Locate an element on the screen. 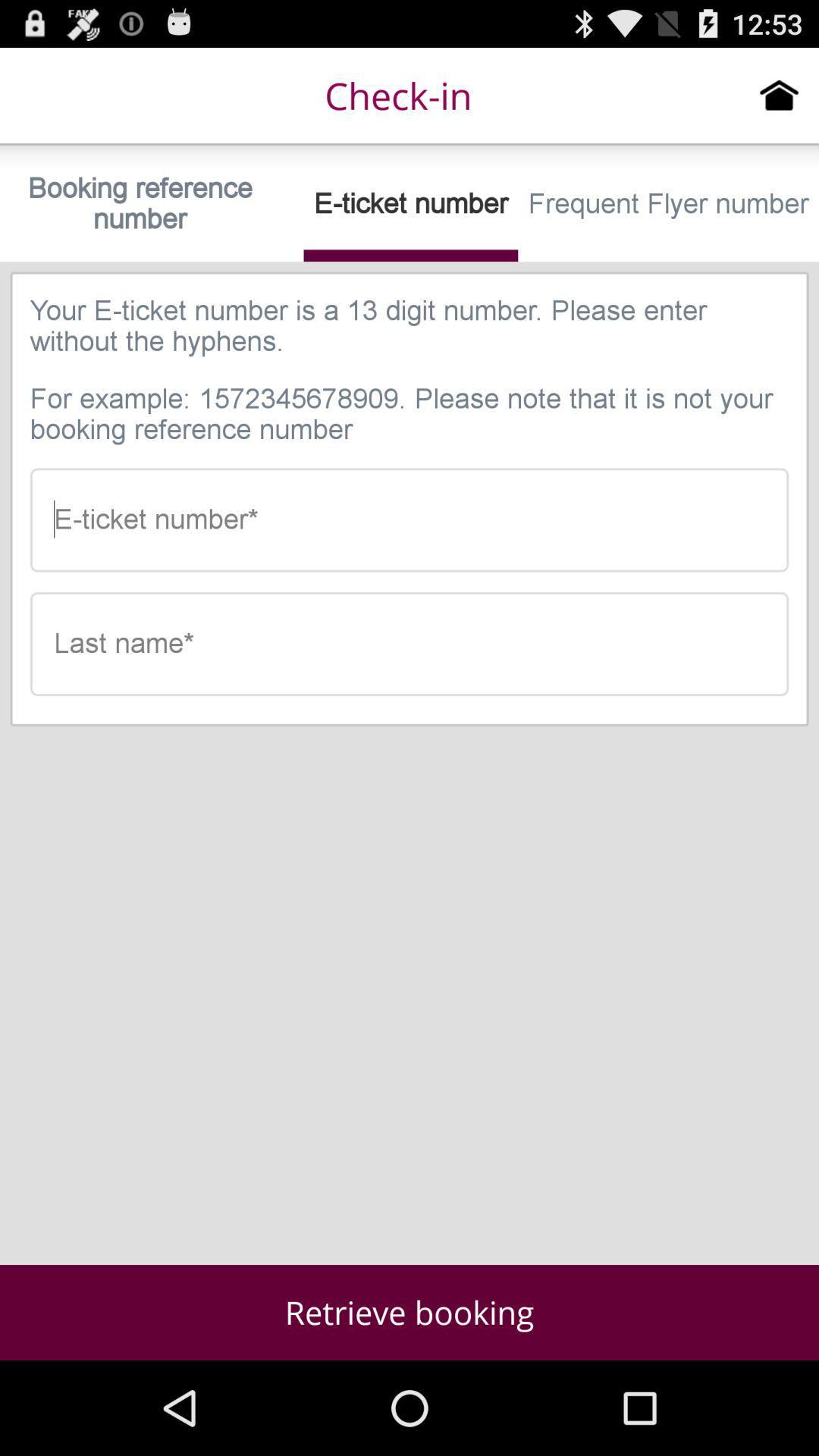 This screenshot has height=1456, width=819. the icon to the right of e-ticket number icon is located at coordinates (667, 202).